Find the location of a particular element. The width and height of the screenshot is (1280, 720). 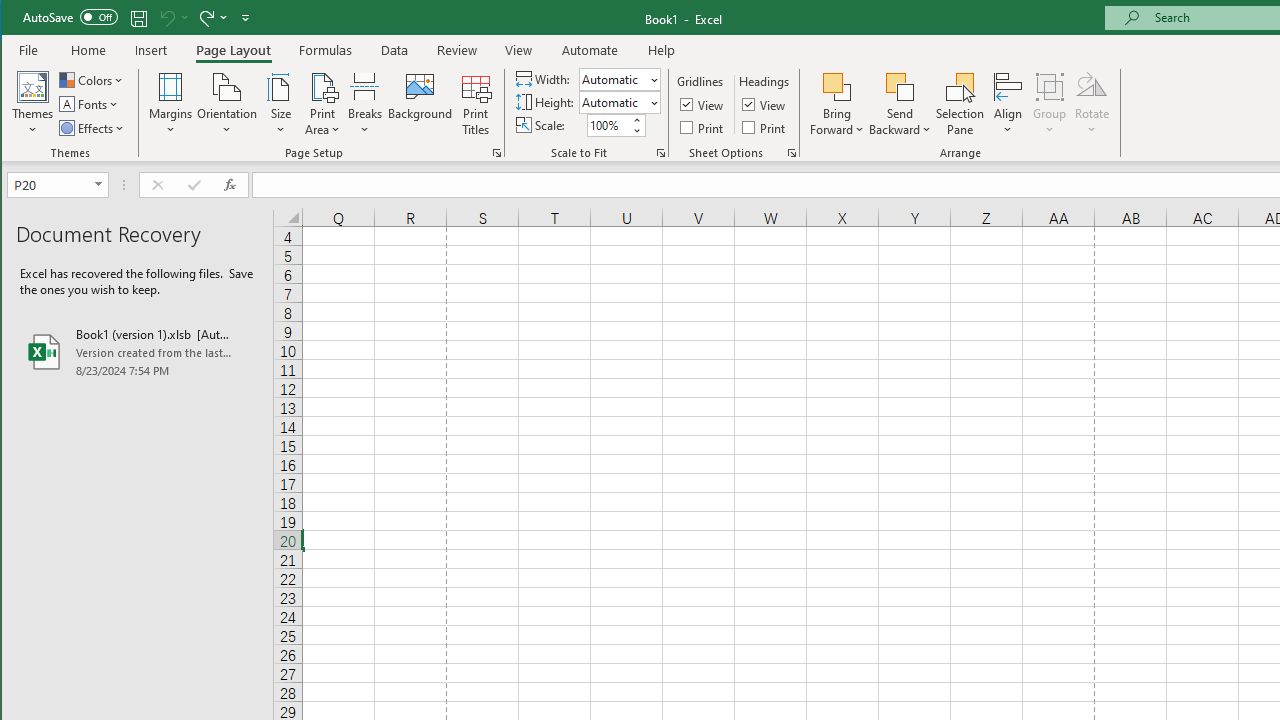

'Customize Quick Access Toolbar' is located at coordinates (244, 17).